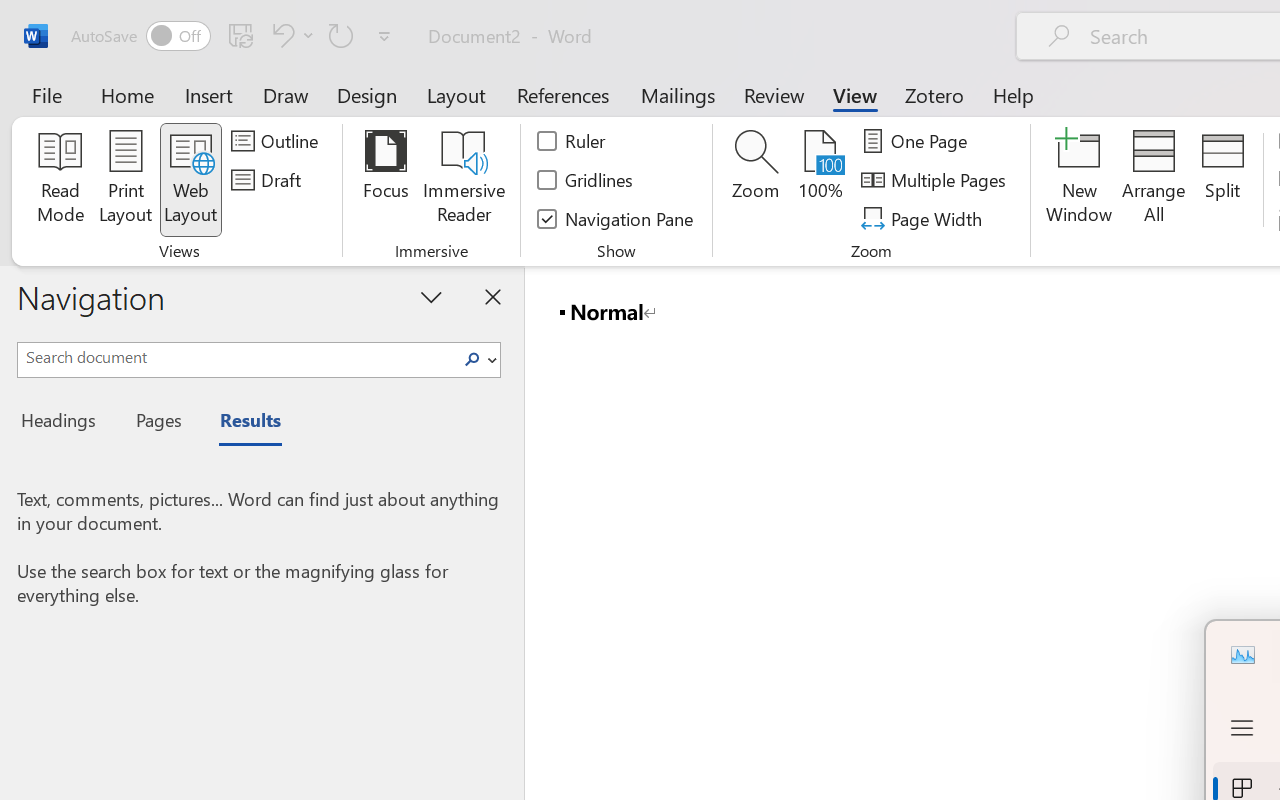  What do you see at coordinates (65, 423) in the screenshot?
I see `'Headings'` at bounding box center [65, 423].